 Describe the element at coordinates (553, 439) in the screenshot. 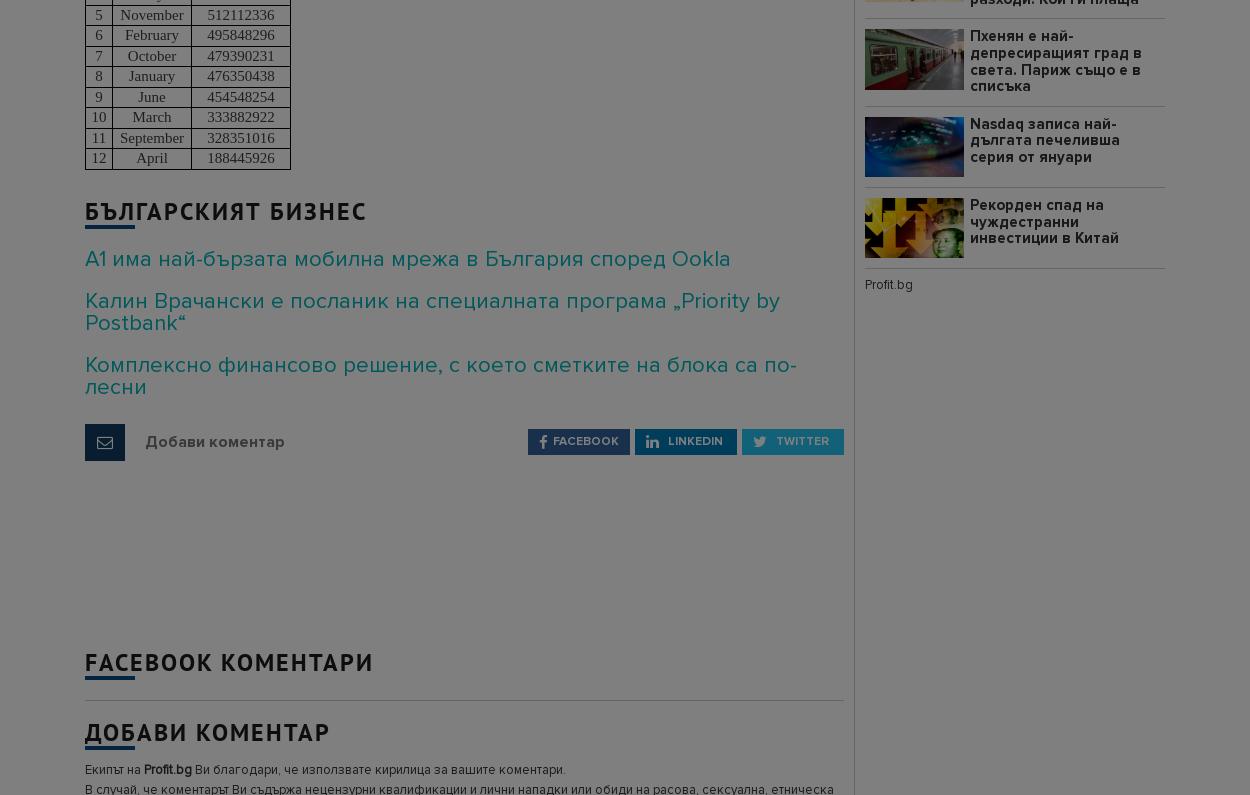

I see `'facebook'` at that location.